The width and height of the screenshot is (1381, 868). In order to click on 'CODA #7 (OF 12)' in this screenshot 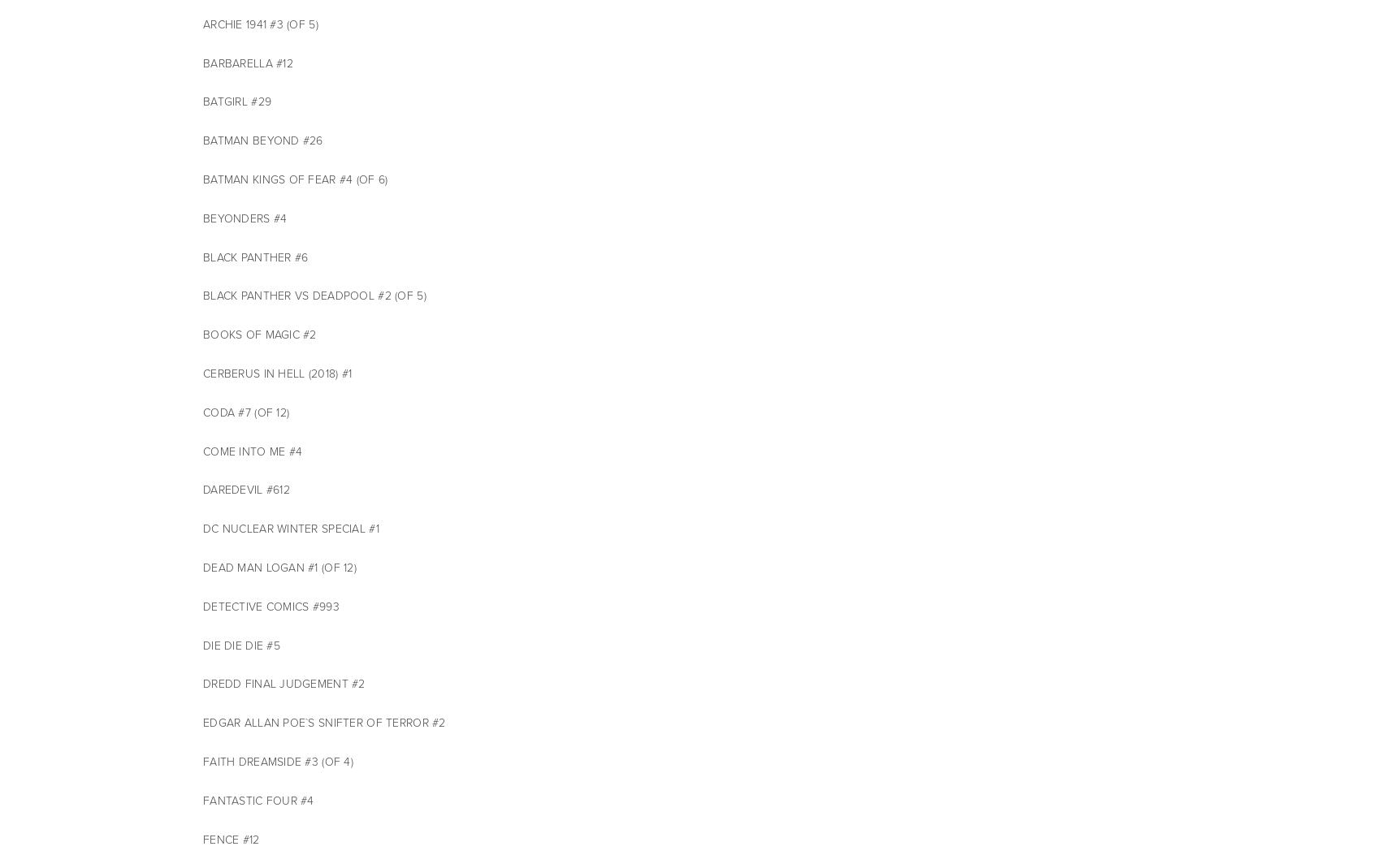, I will do `click(245, 411)`.